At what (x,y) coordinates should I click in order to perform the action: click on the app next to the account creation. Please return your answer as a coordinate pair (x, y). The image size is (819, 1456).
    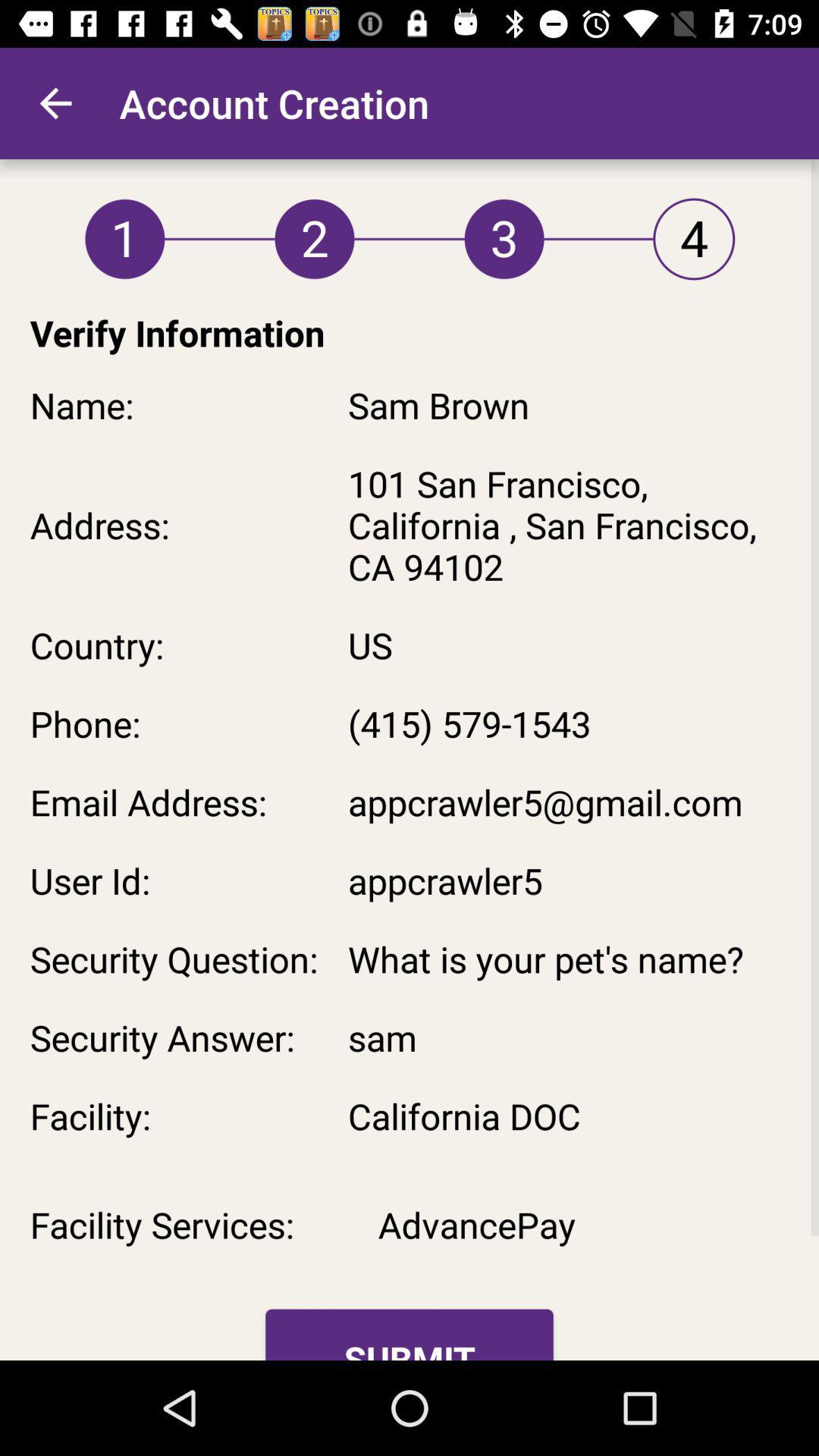
    Looking at the image, I should click on (55, 102).